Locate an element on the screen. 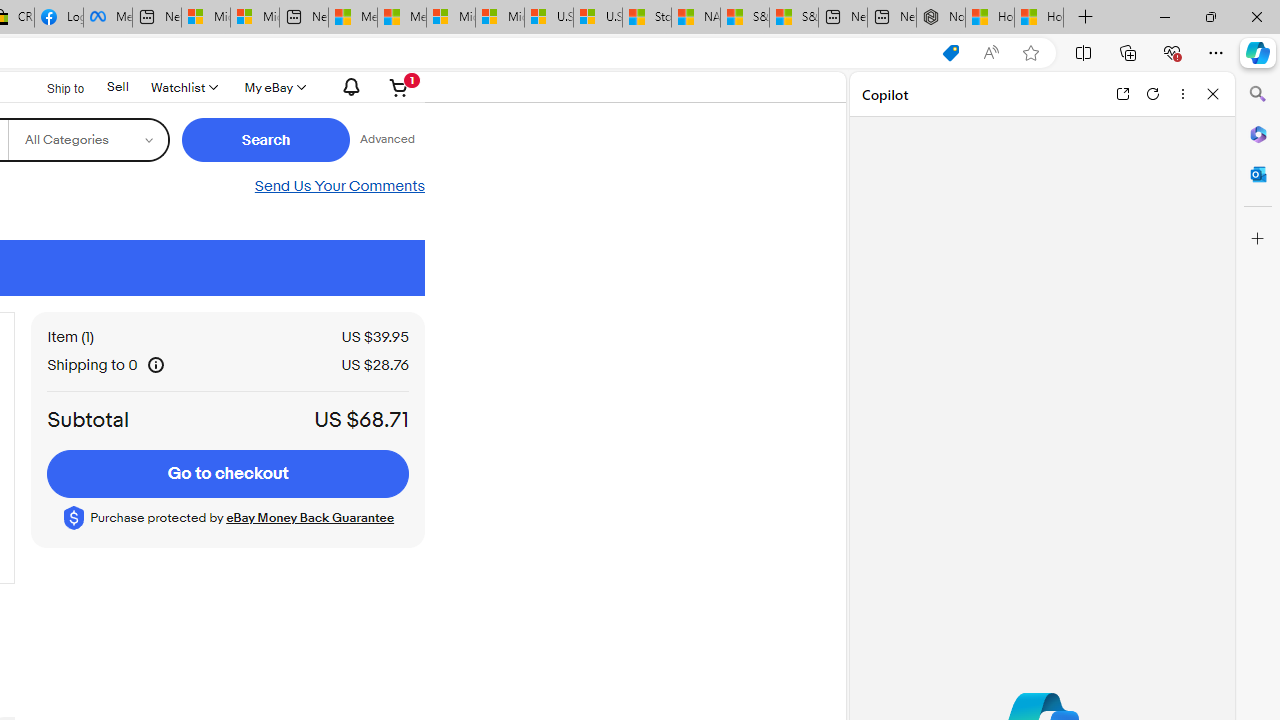 This screenshot has width=1280, height=720. 'S&P 500, Nasdaq end lower, weighed by Nvidia dip | Watch' is located at coordinates (793, 17).